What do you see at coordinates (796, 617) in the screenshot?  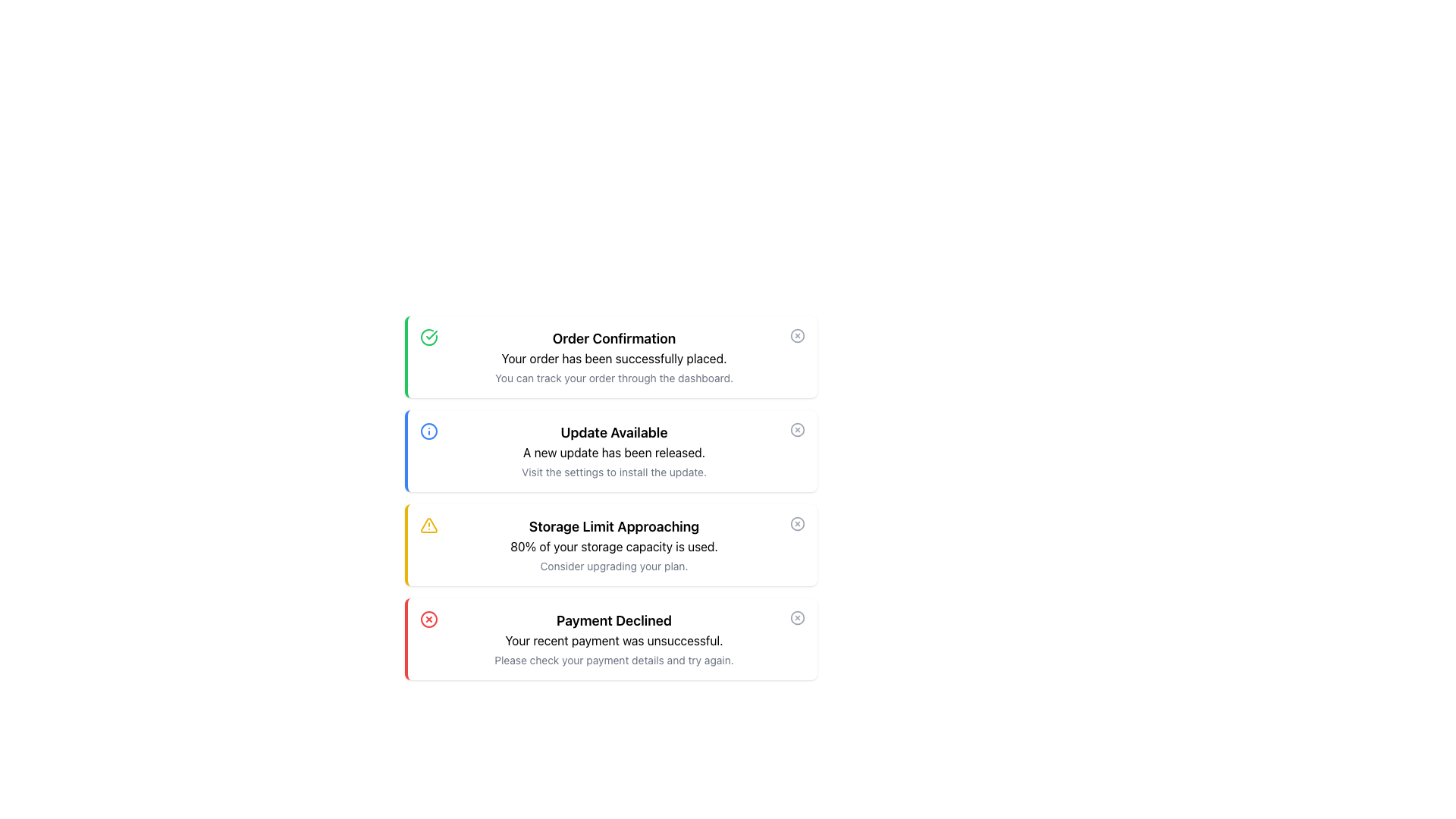 I see `the center of the SVG circle that serves as a 'close' or 'dismiss' action icon in the 'Payment Declined' notification card` at bounding box center [796, 617].